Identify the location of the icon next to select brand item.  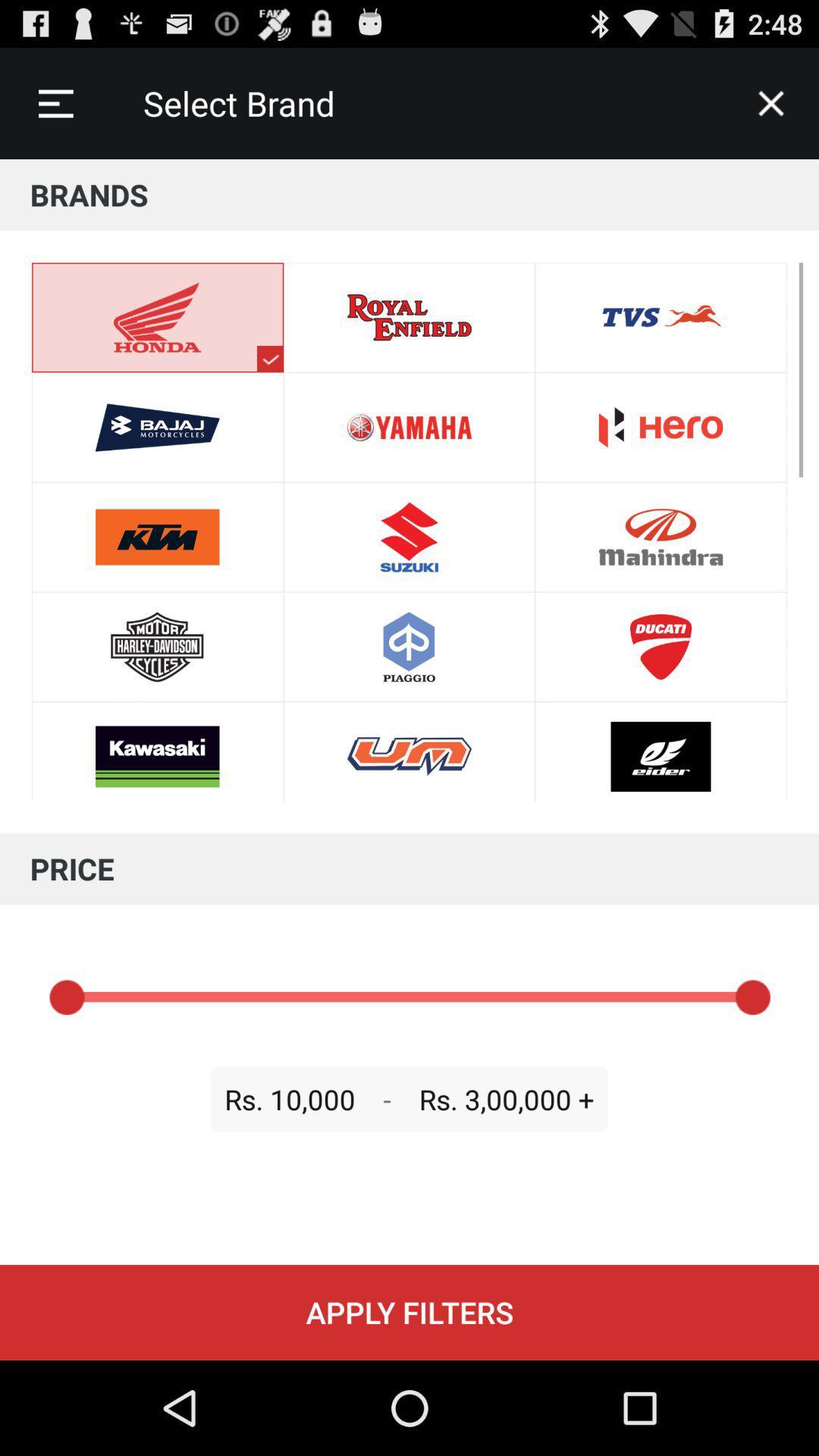
(55, 102).